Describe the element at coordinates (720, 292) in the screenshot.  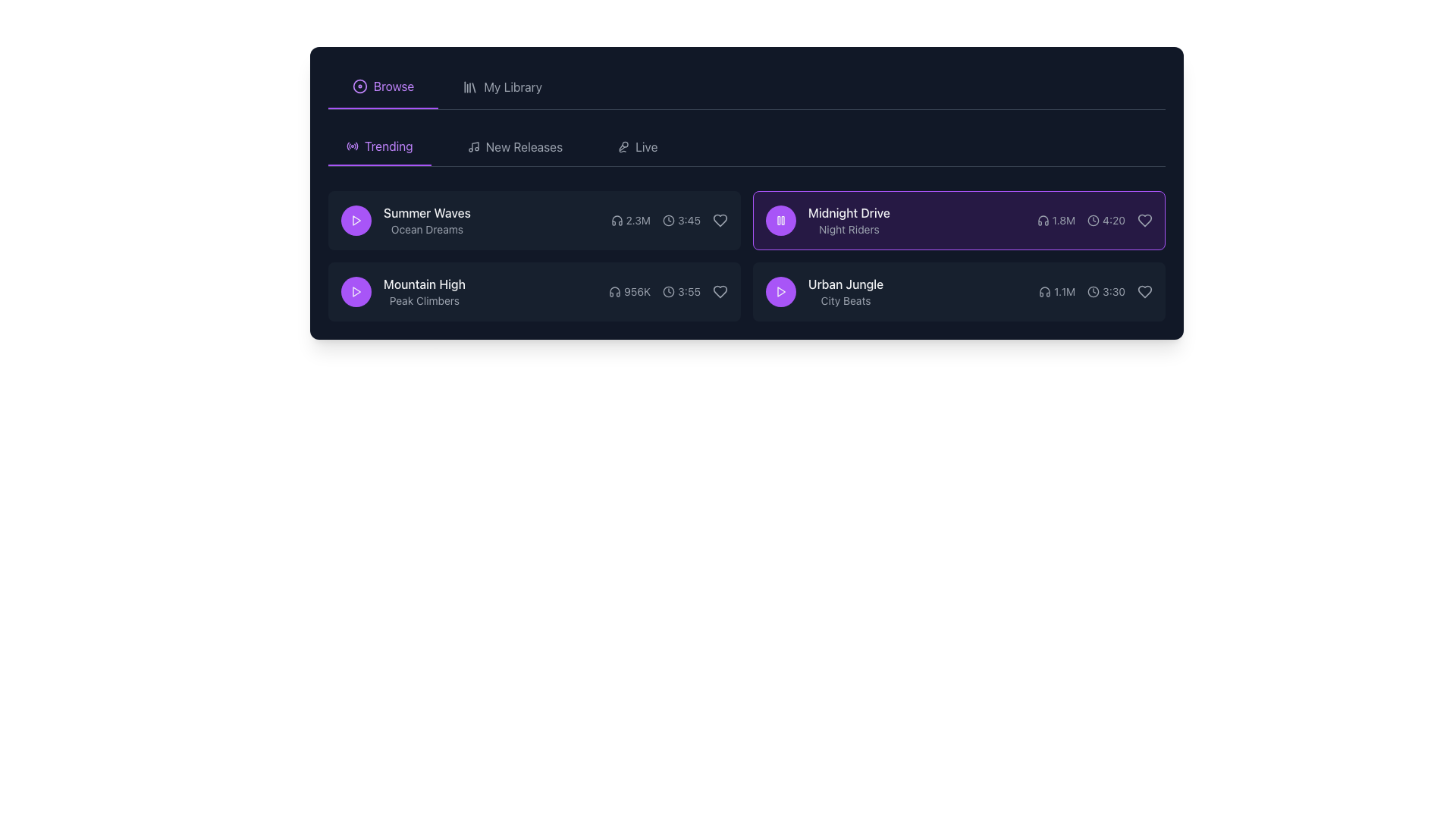
I see `the heart icon on the rightmost side of the row for the song 'Mountain High' by 'Peak Climbers'` at that location.